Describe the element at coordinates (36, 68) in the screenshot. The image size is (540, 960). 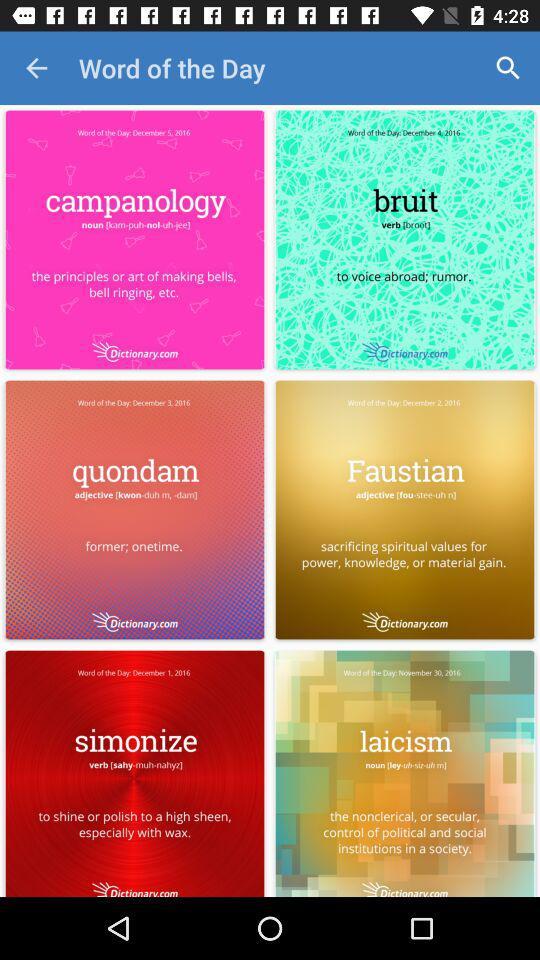
I see `icon next to the word of the` at that location.